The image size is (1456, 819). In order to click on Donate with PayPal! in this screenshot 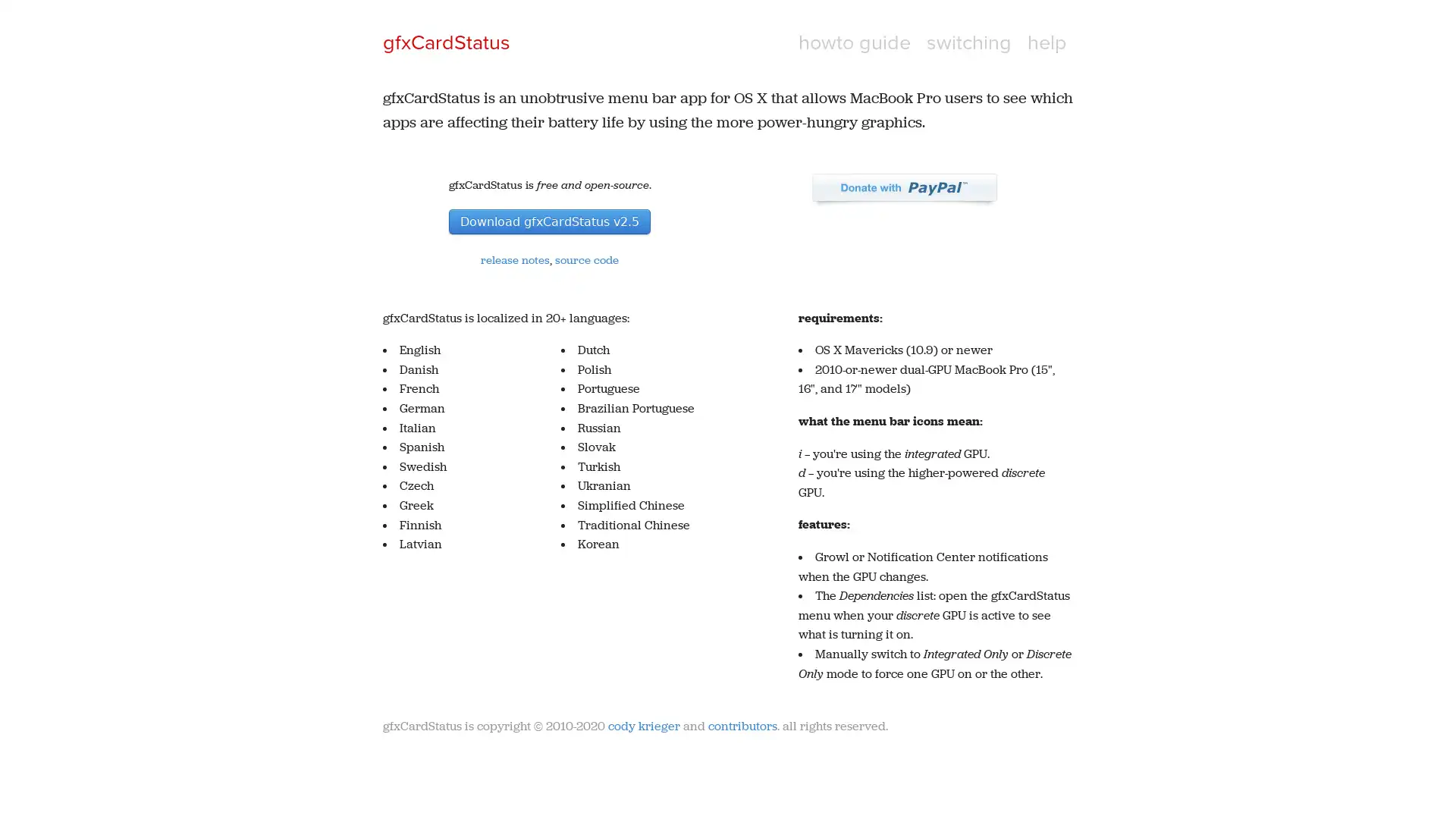, I will do `click(903, 188)`.